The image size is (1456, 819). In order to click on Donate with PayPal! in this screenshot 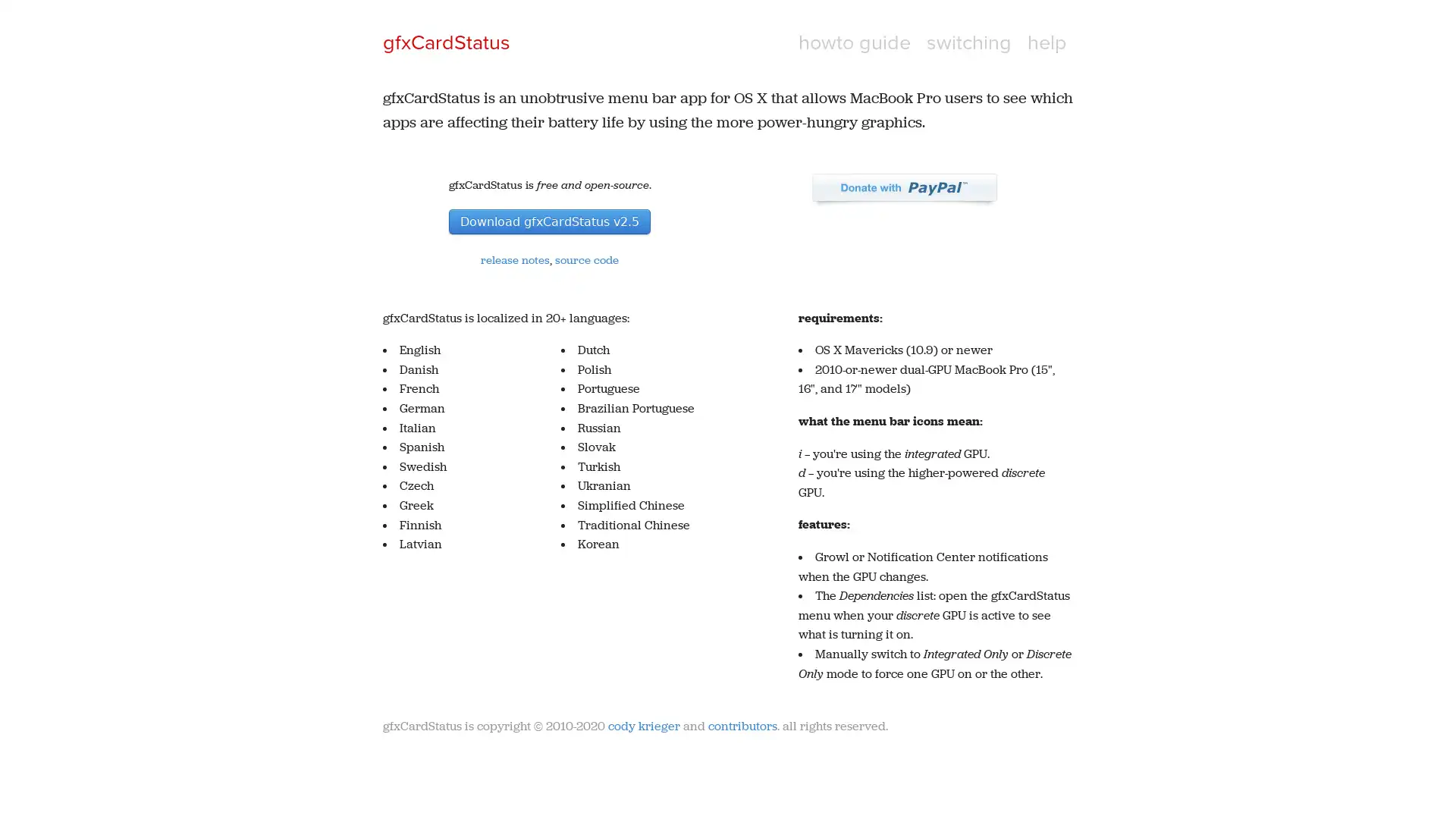, I will do `click(903, 188)`.